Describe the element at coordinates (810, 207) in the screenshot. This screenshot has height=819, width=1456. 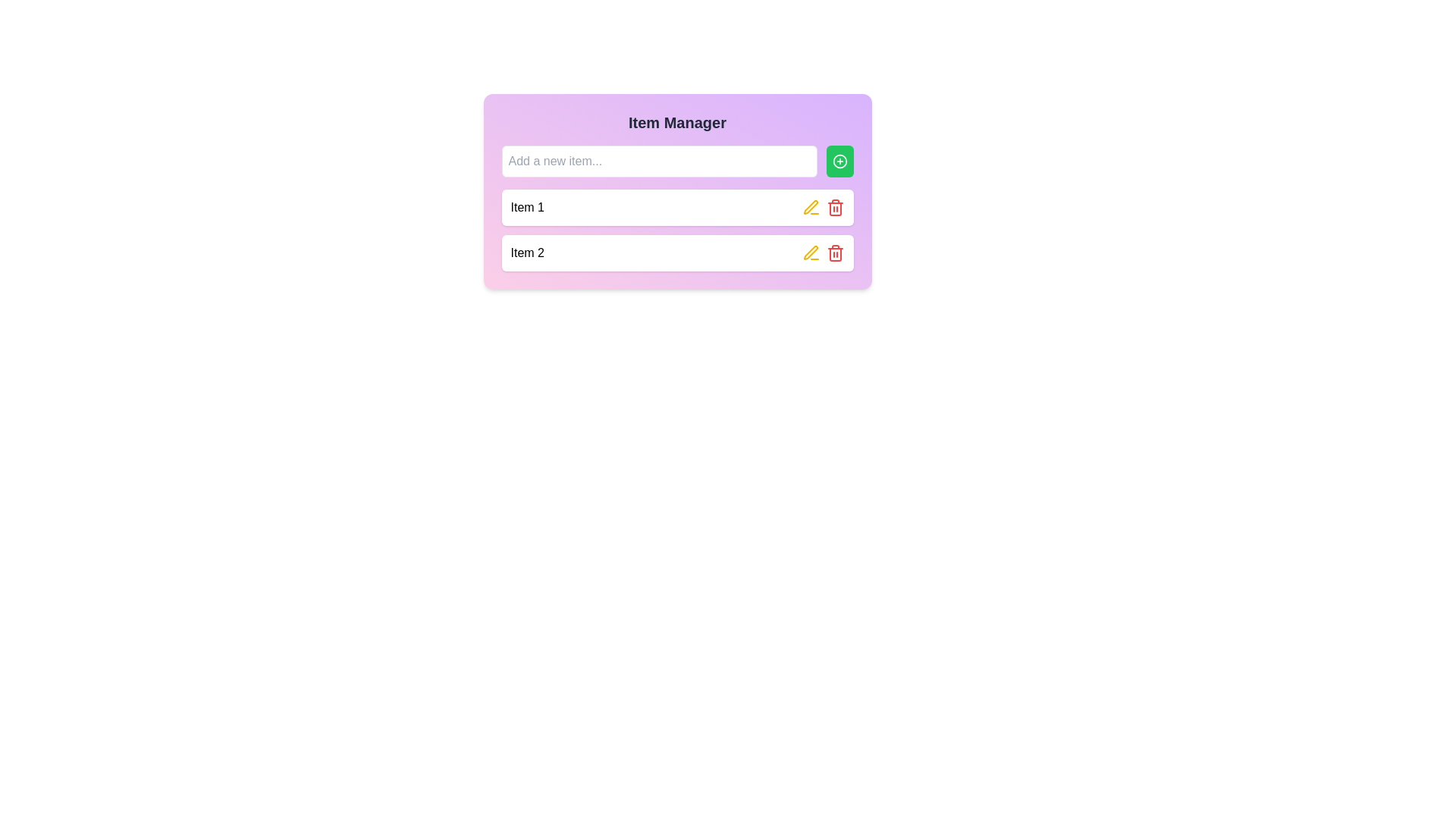
I see `the edit button icon located to the right of 'Item 2'` at that location.